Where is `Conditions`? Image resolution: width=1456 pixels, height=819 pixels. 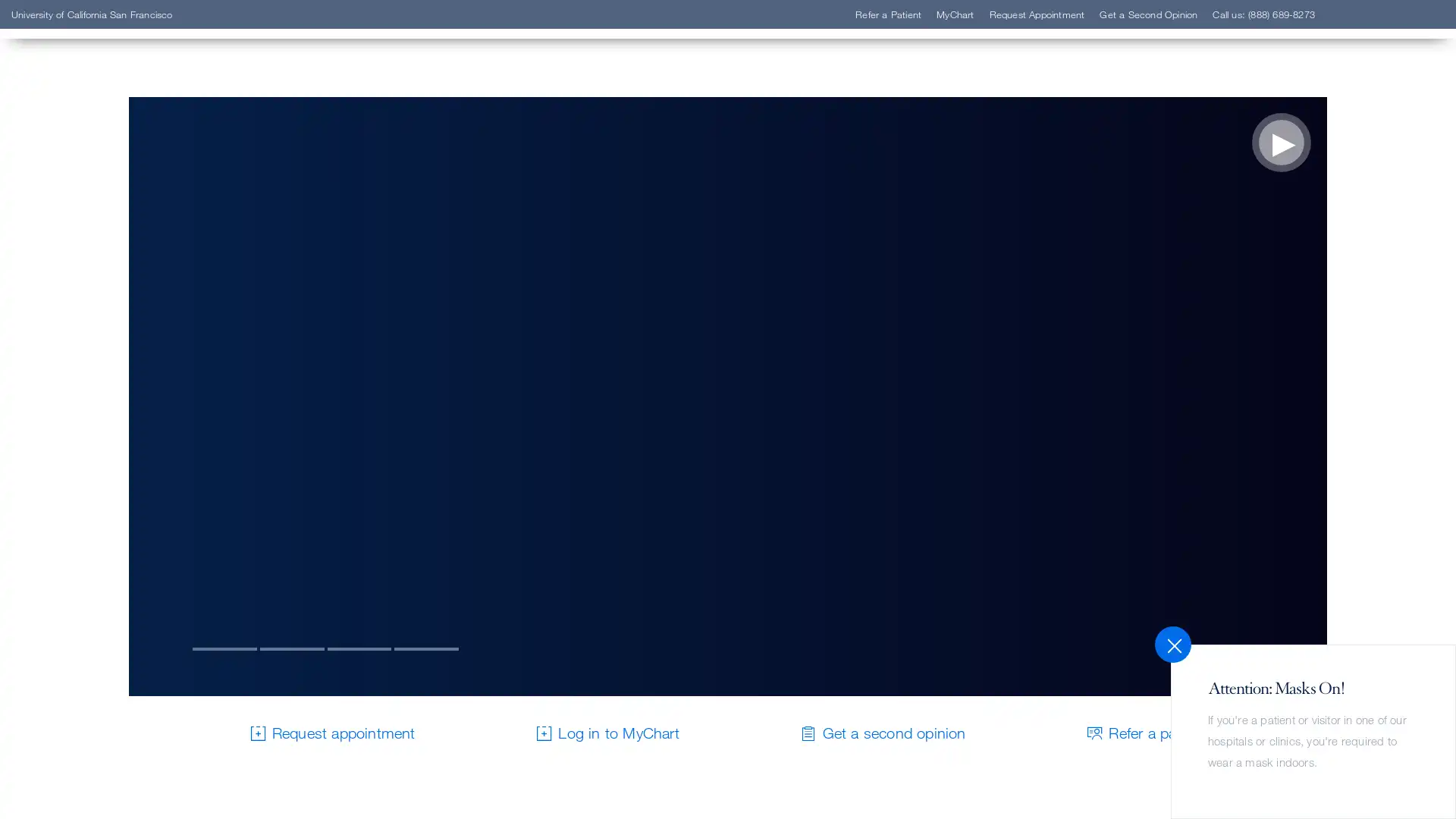
Conditions is located at coordinates (96, 292).